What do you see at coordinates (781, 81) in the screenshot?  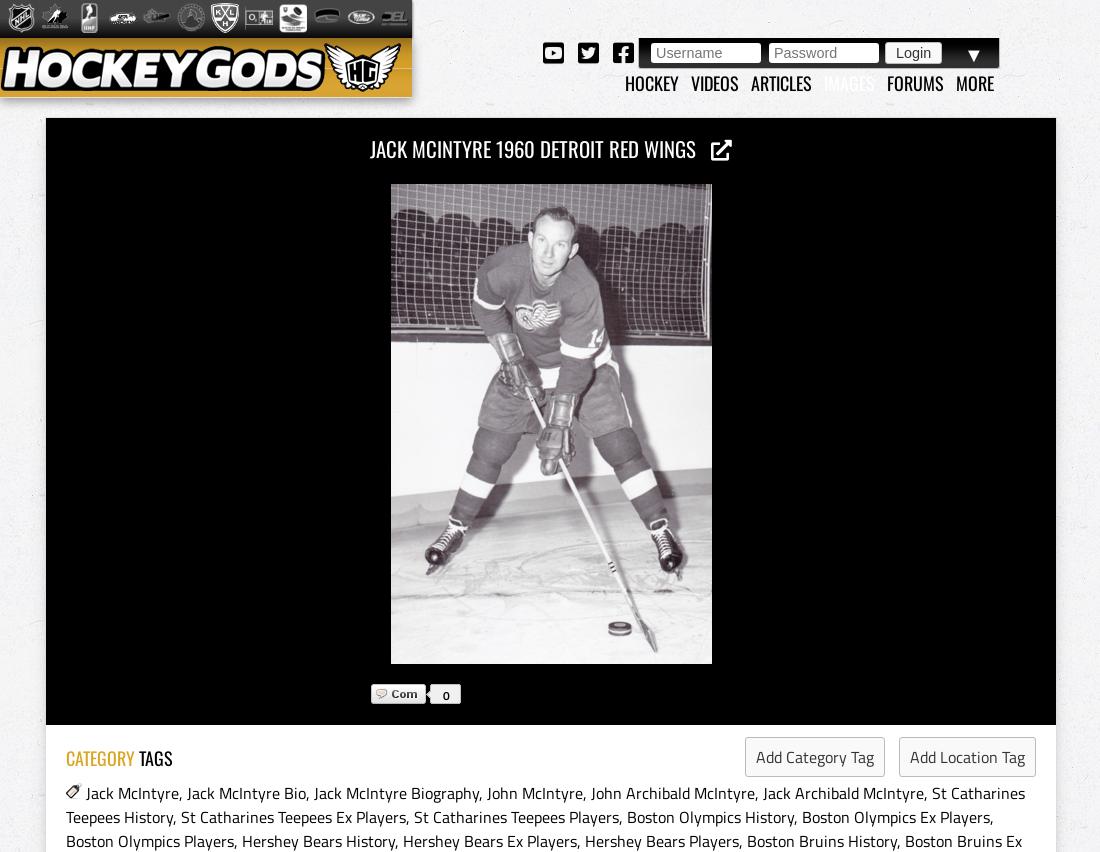 I see `'Articles'` at bounding box center [781, 81].